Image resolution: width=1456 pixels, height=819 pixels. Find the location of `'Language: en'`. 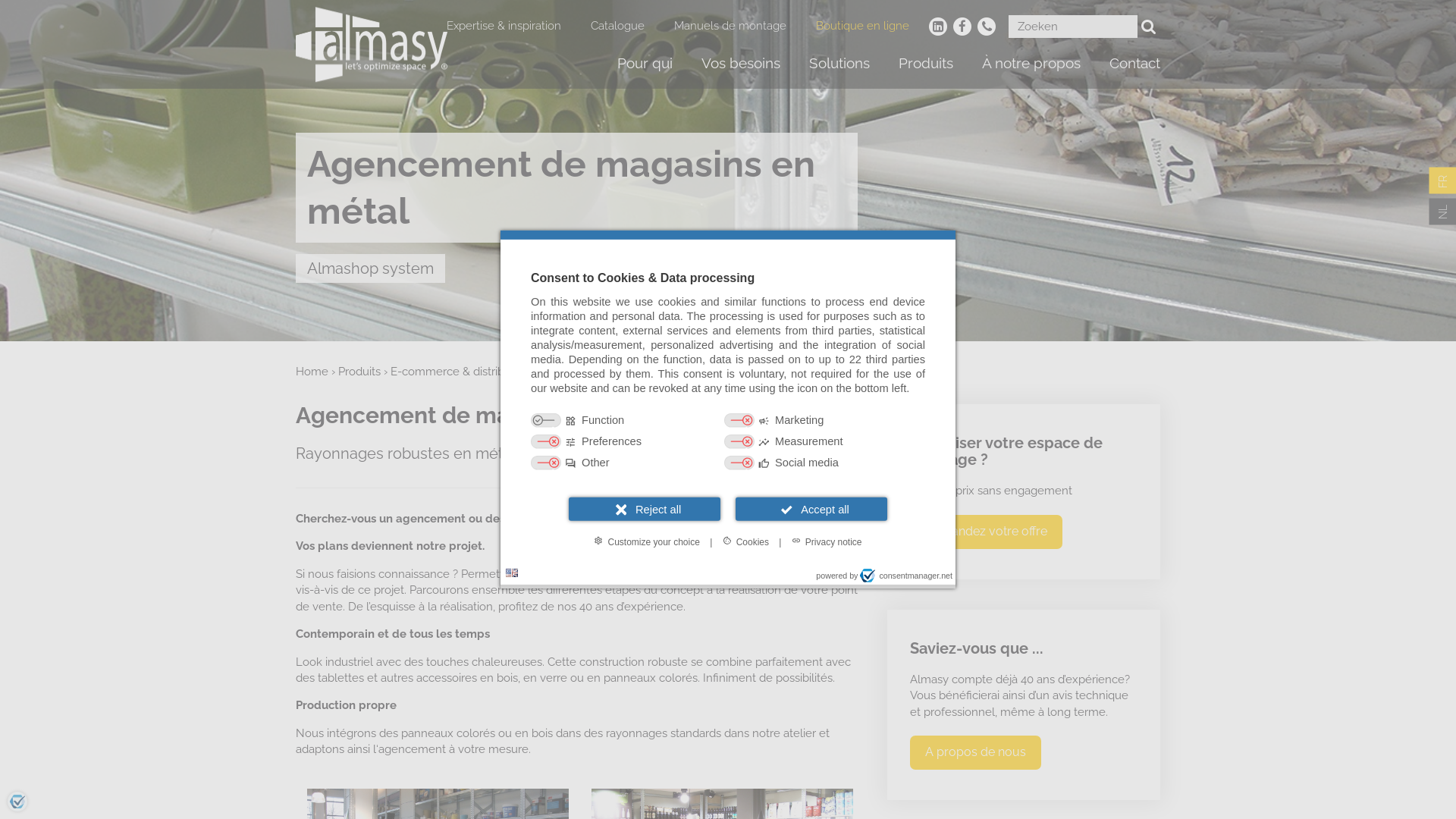

'Language: en' is located at coordinates (502, 573).